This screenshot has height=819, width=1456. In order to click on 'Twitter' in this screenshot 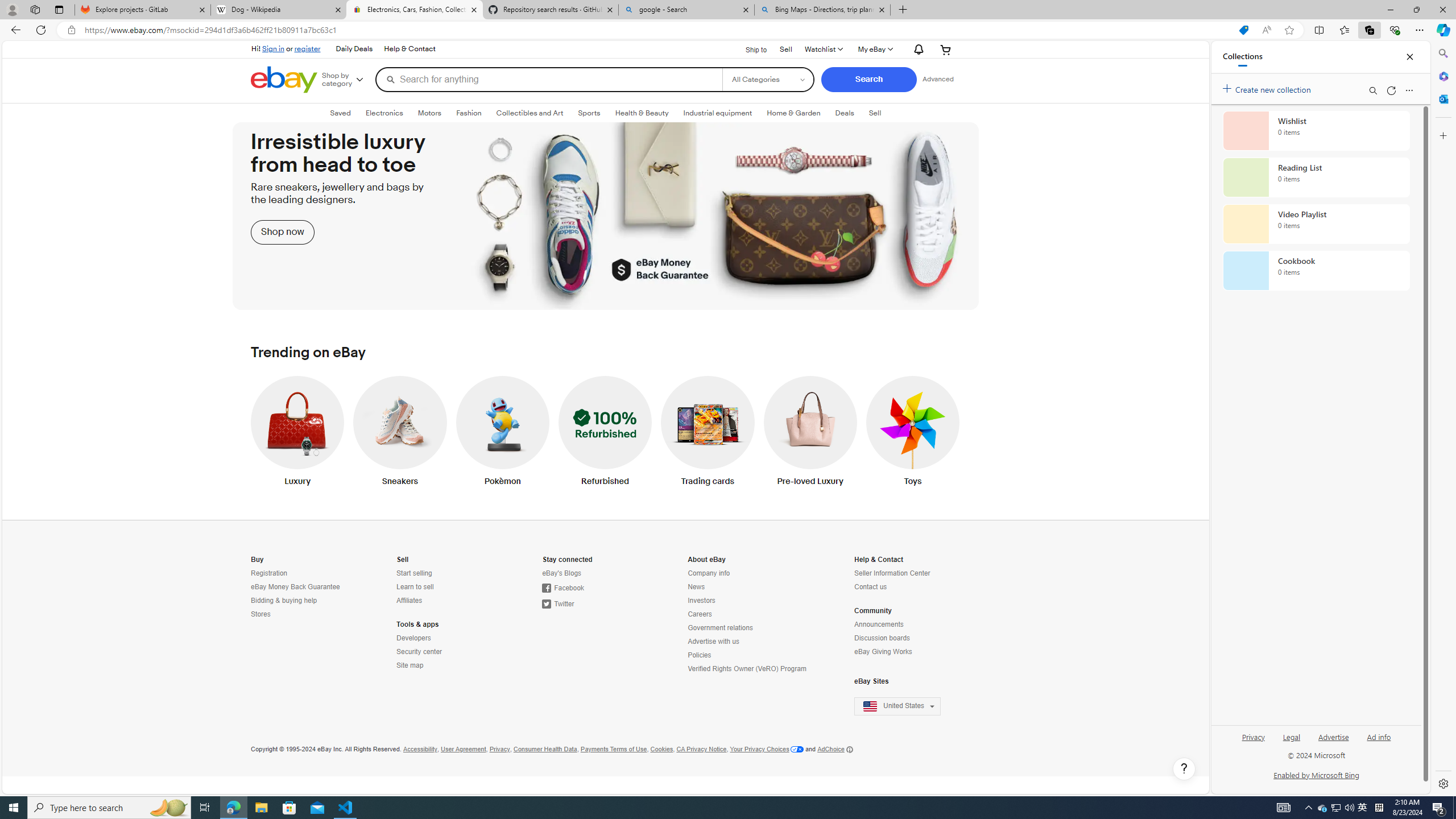, I will do `click(591, 603)`.